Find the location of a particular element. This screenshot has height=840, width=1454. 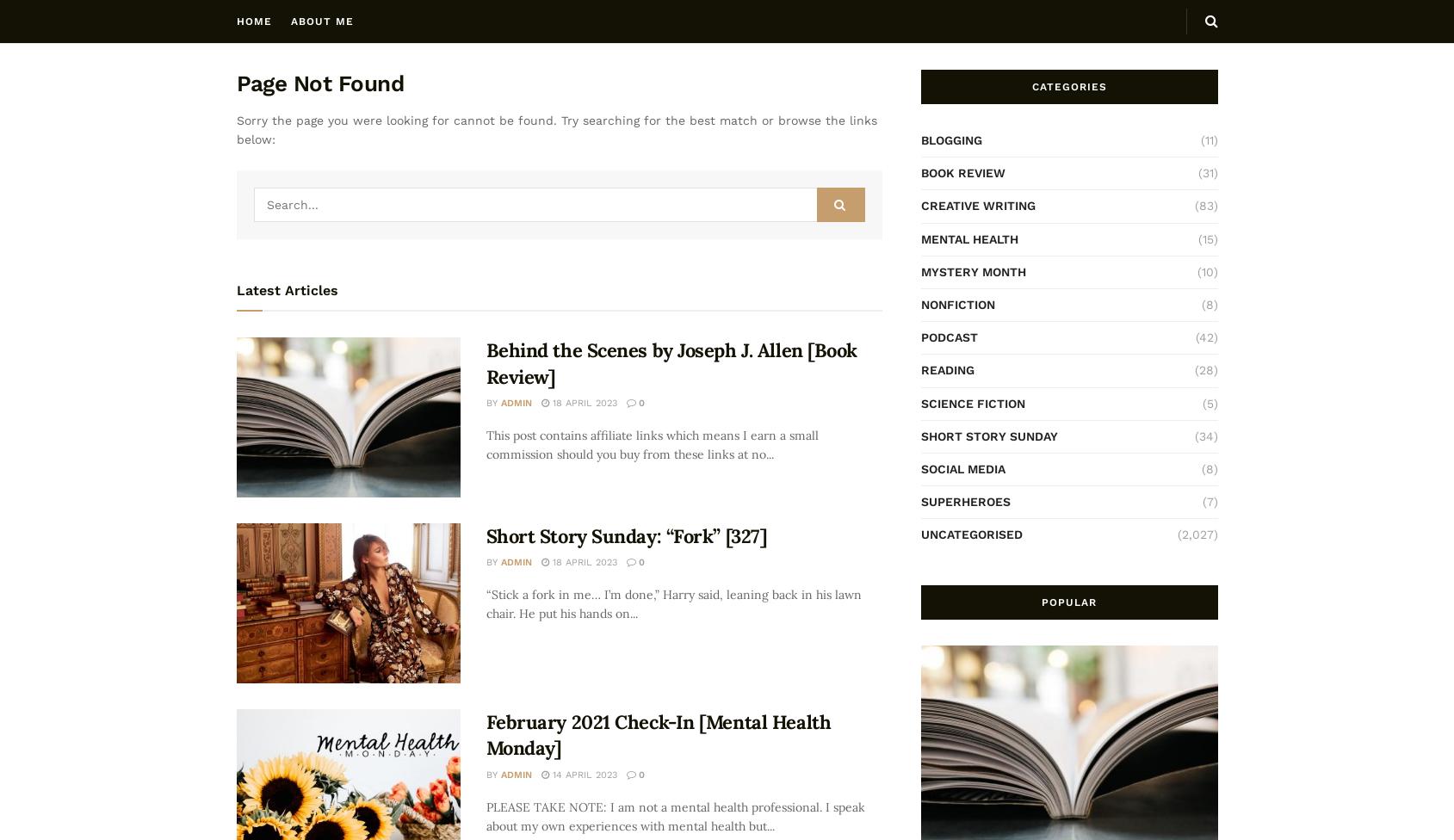

'Uncategorised' is located at coordinates (970, 534).